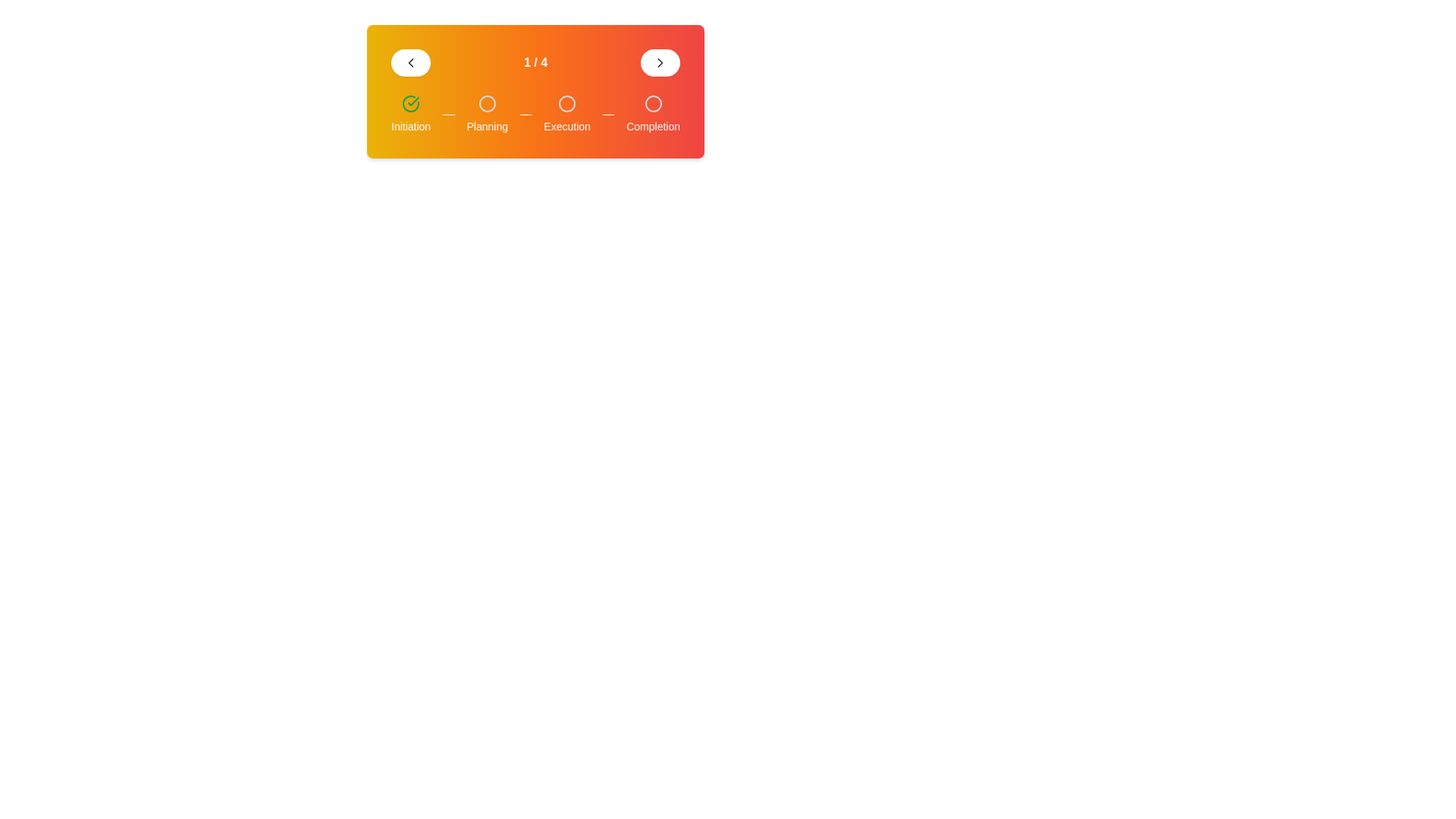 This screenshot has width=1456, height=819. Describe the element at coordinates (660, 62) in the screenshot. I see `the chevron icon located near the top-right of the interface, which serves as a visual aid for navigation or transitioning to the next step or page` at that location.